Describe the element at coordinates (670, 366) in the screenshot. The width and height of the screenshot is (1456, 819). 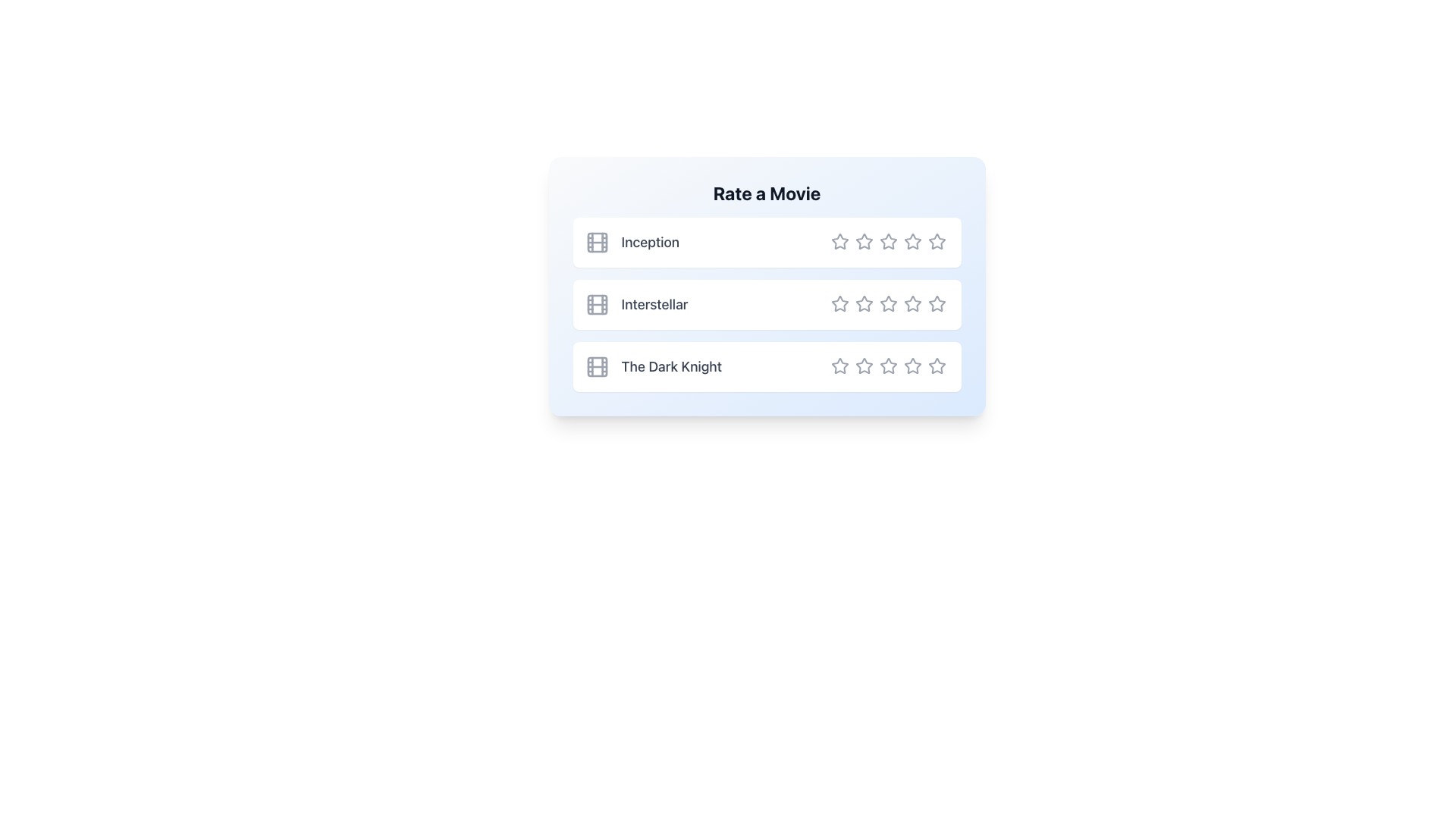
I see `the text label displaying 'The Dark Knight', which is the third item in a vertical list with a gray font on a white background` at that location.